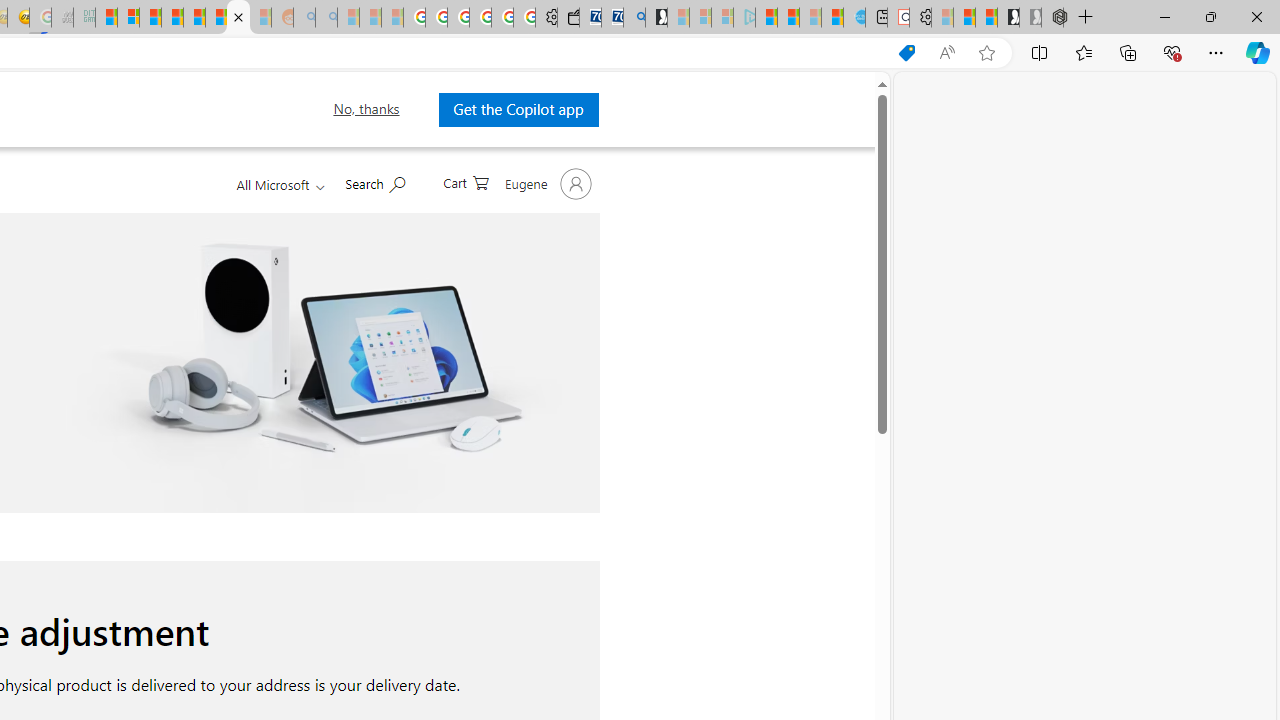 This screenshot has width=1280, height=720. What do you see at coordinates (375, 182) in the screenshot?
I see `'Search Microsoft.com'` at bounding box center [375, 182].